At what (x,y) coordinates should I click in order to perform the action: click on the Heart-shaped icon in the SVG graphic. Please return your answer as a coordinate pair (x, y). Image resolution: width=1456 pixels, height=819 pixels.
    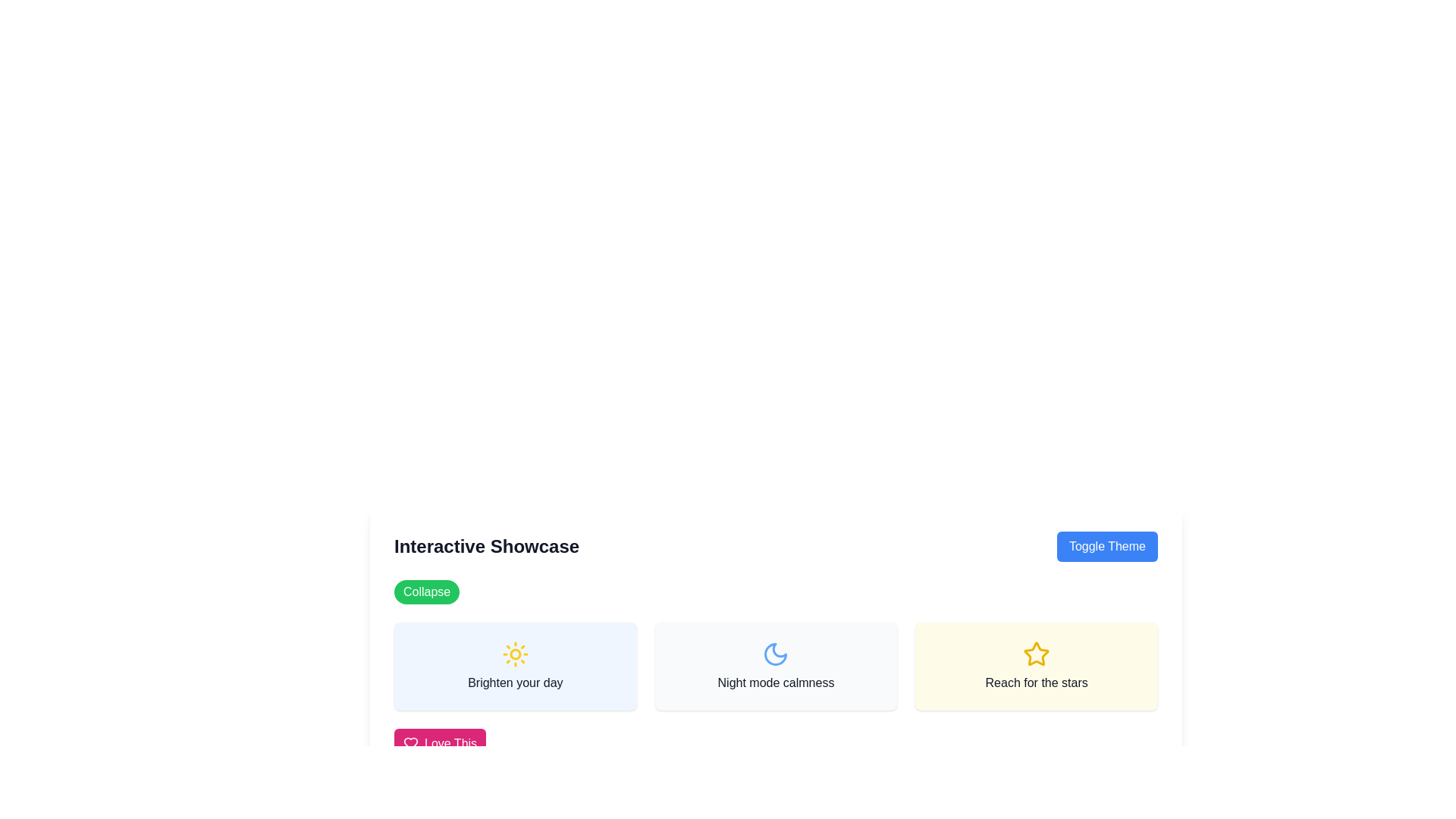
    Looking at the image, I should click on (411, 742).